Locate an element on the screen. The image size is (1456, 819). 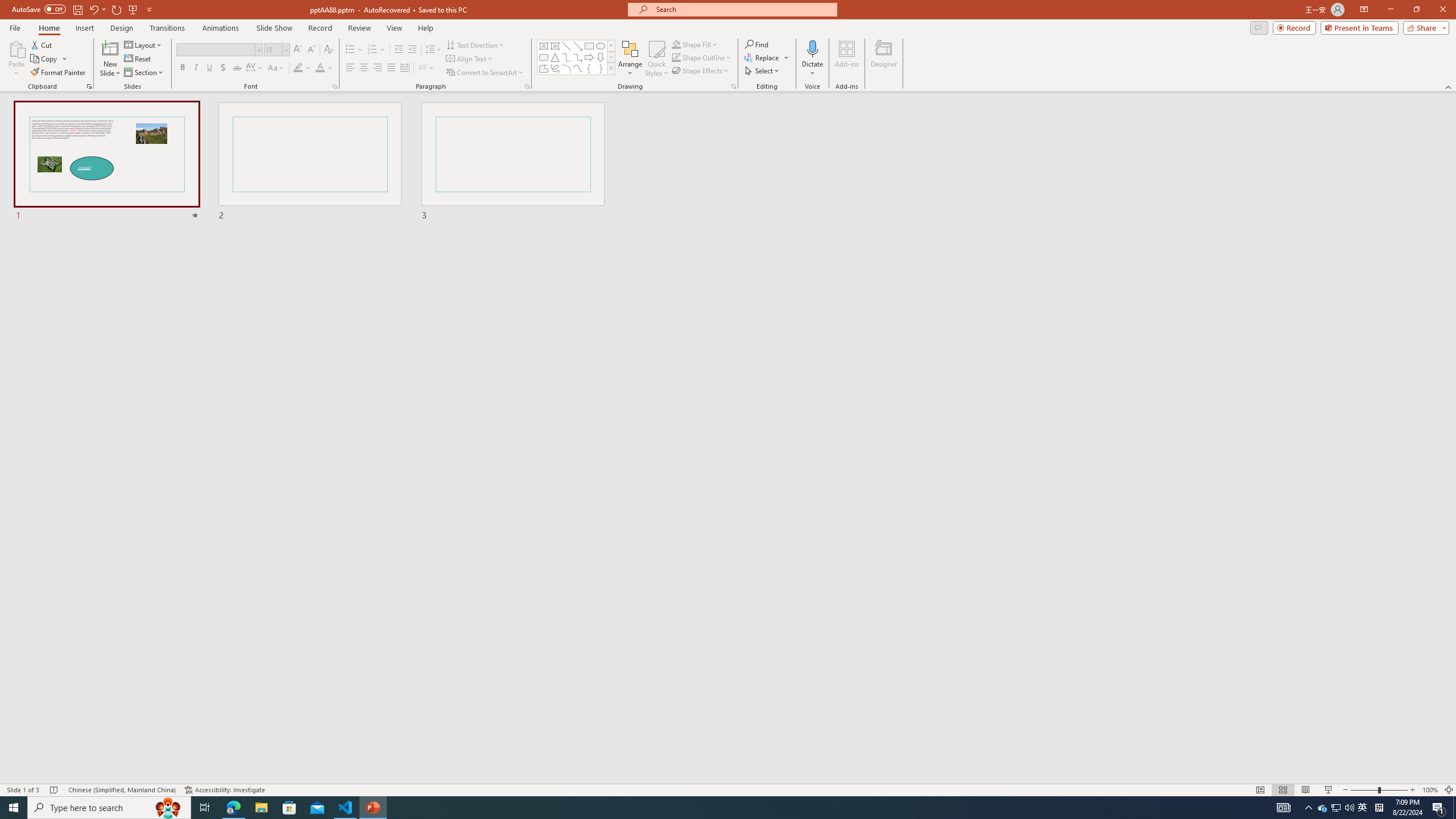
'Justify' is located at coordinates (390, 67).